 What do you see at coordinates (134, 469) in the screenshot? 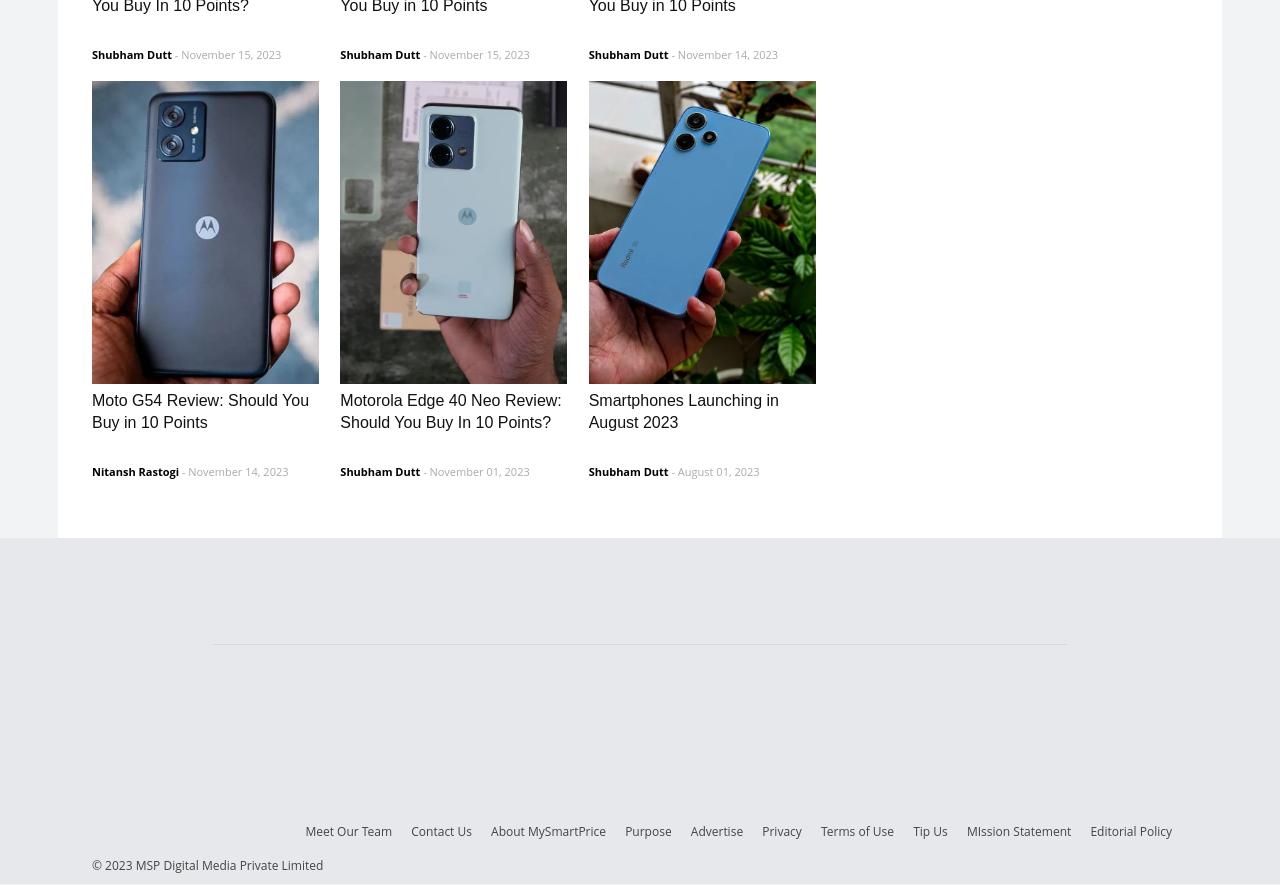
I see `'Nitansh Rastogi'` at bounding box center [134, 469].